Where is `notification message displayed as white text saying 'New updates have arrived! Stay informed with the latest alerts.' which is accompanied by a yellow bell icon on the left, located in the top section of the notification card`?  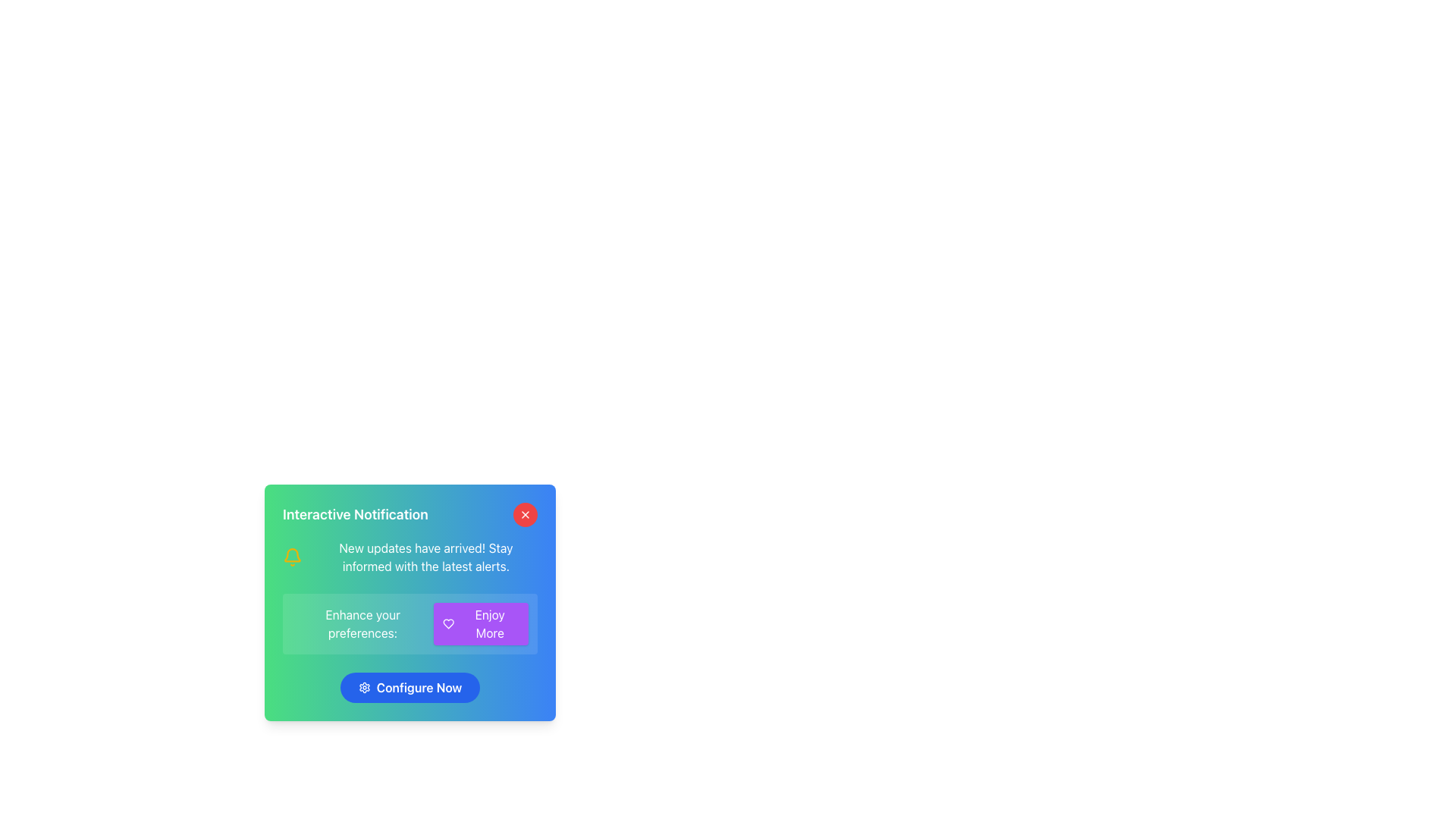
notification message displayed as white text saying 'New updates have arrived! Stay informed with the latest alerts.' which is accompanied by a yellow bell icon on the left, located in the top section of the notification card is located at coordinates (410, 557).